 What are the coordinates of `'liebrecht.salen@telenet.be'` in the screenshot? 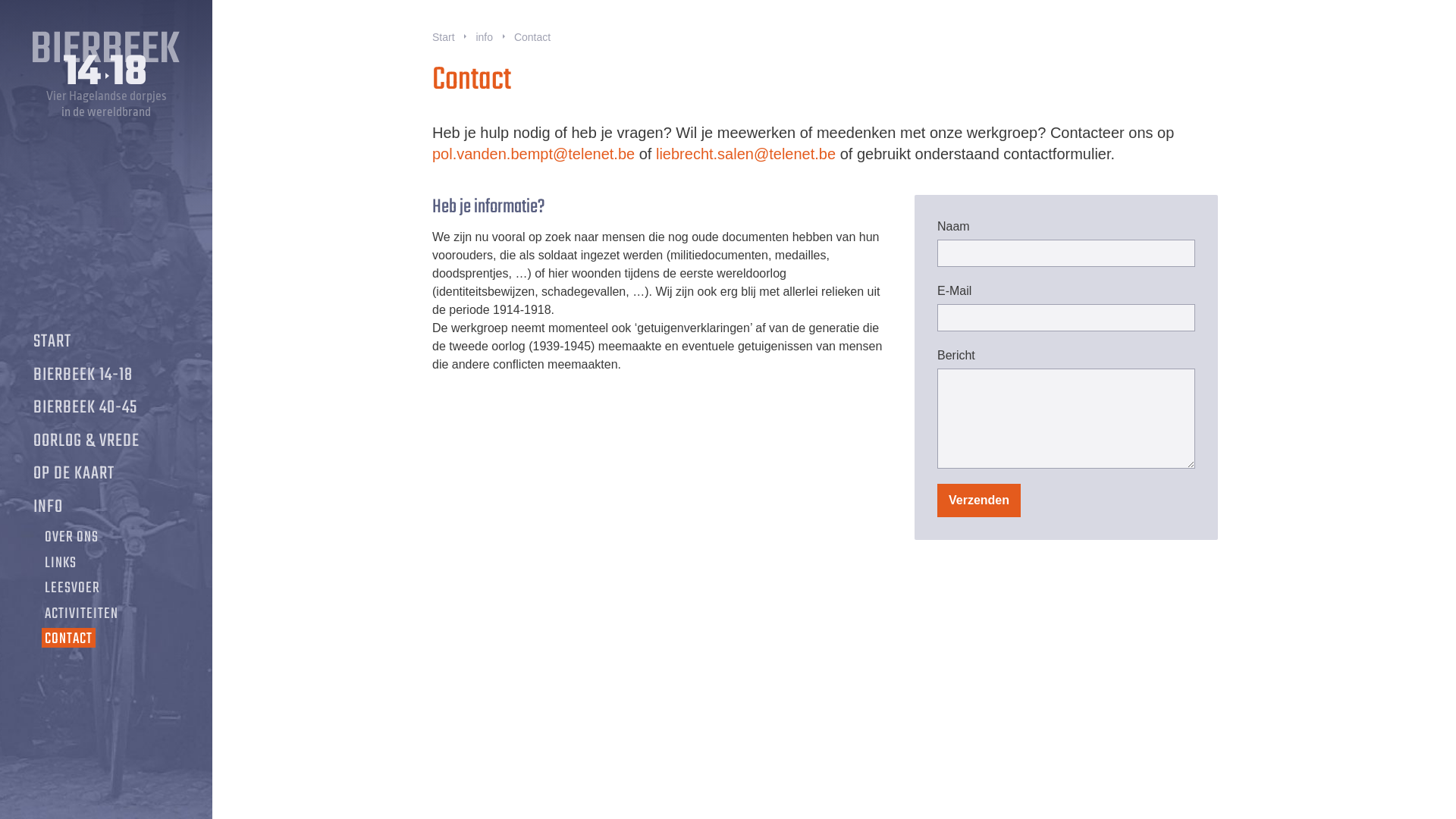 It's located at (745, 154).